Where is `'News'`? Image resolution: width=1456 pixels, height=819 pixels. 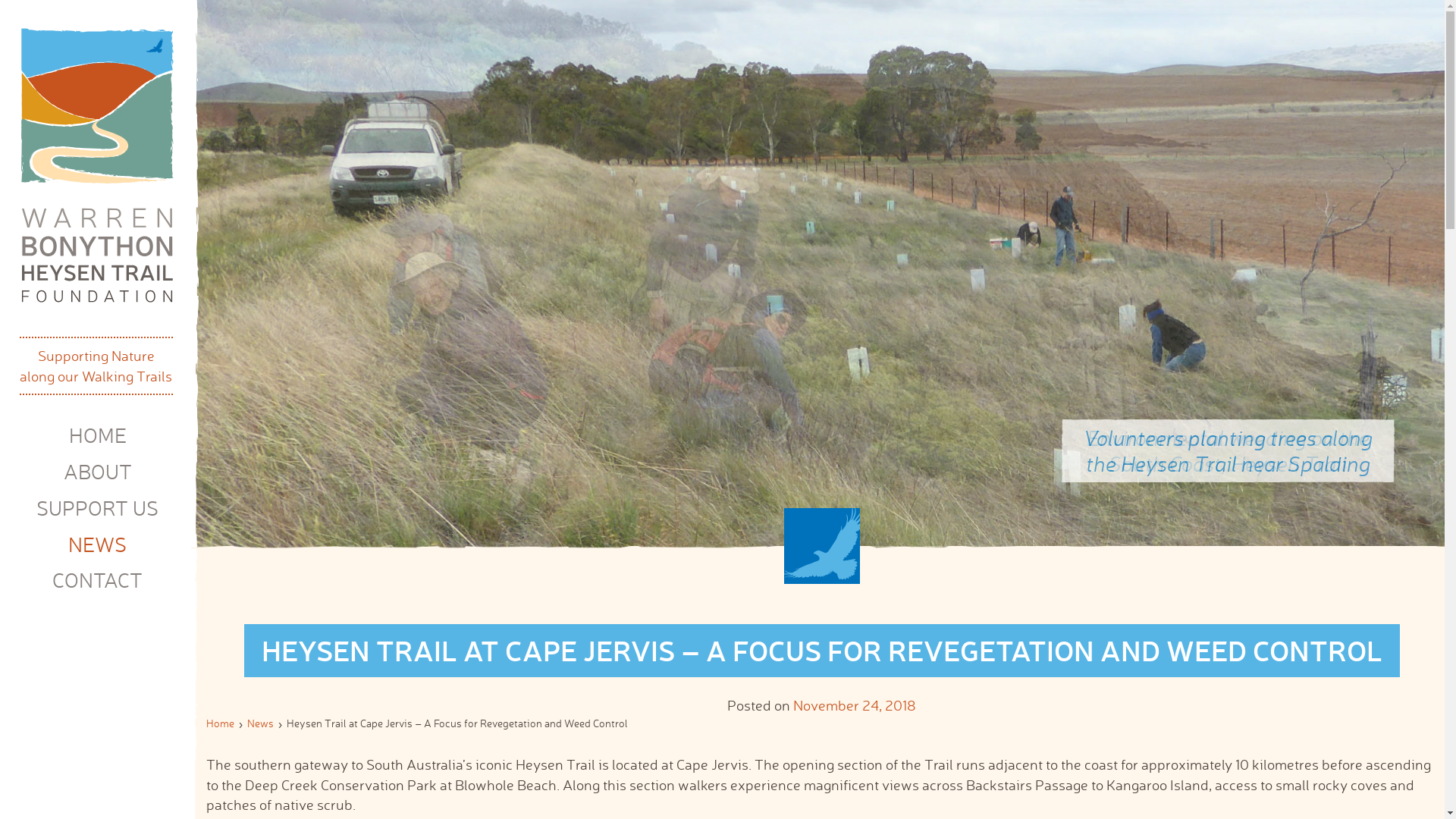 'News' is located at coordinates (260, 722).